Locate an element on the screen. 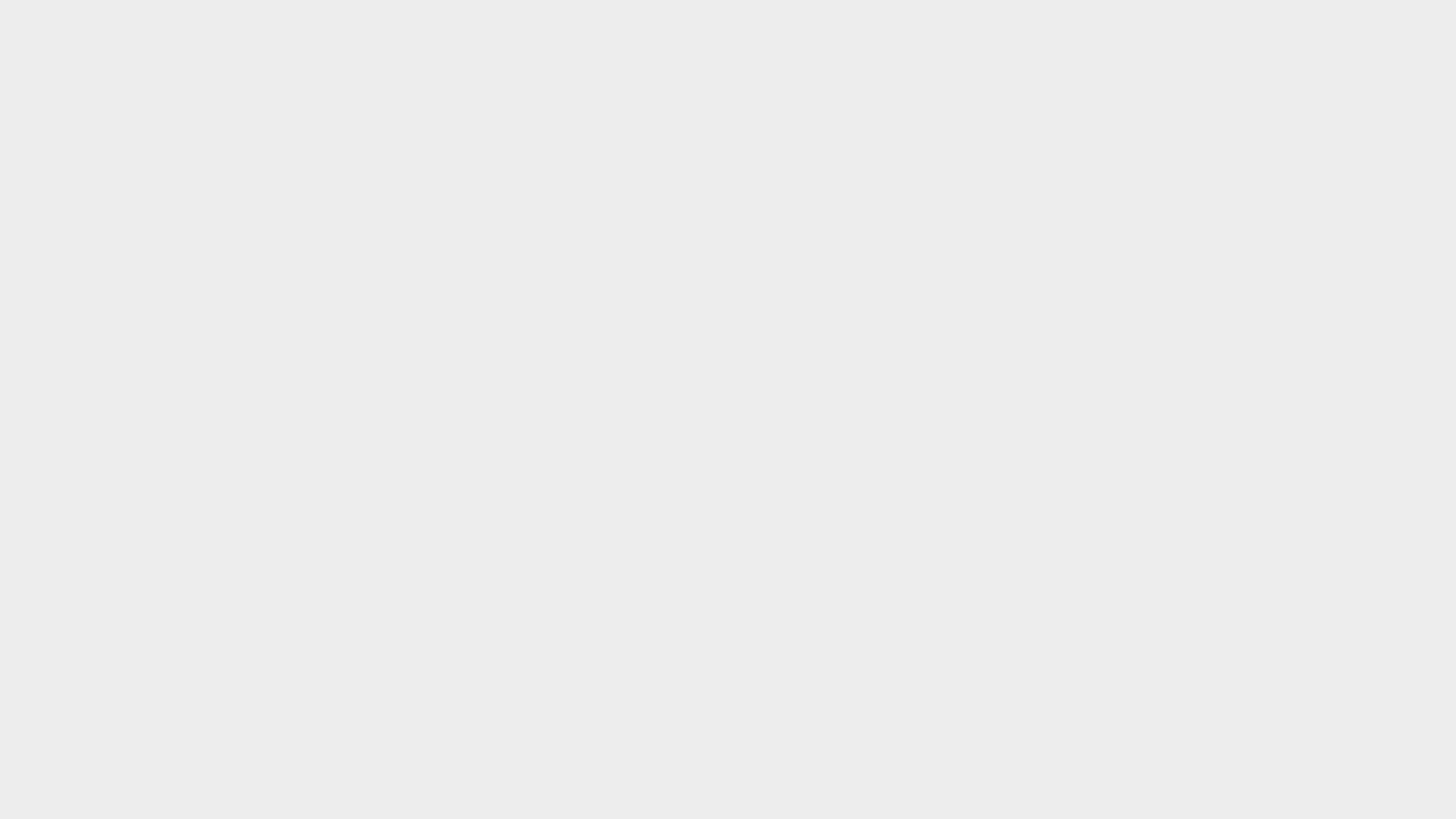  'Church Family' is located at coordinates (987, 93).